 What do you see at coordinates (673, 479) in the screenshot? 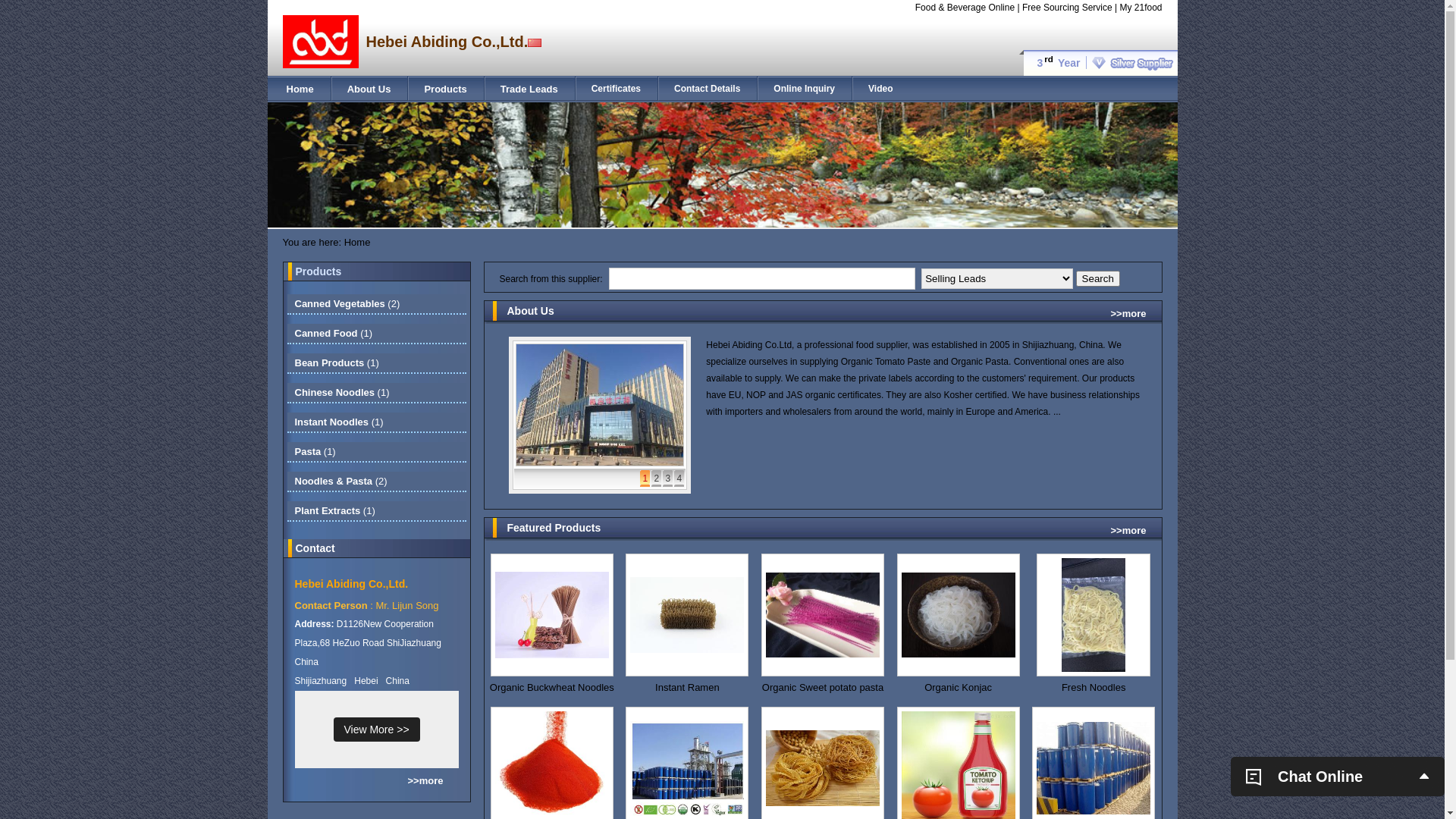
I see `'4'` at bounding box center [673, 479].